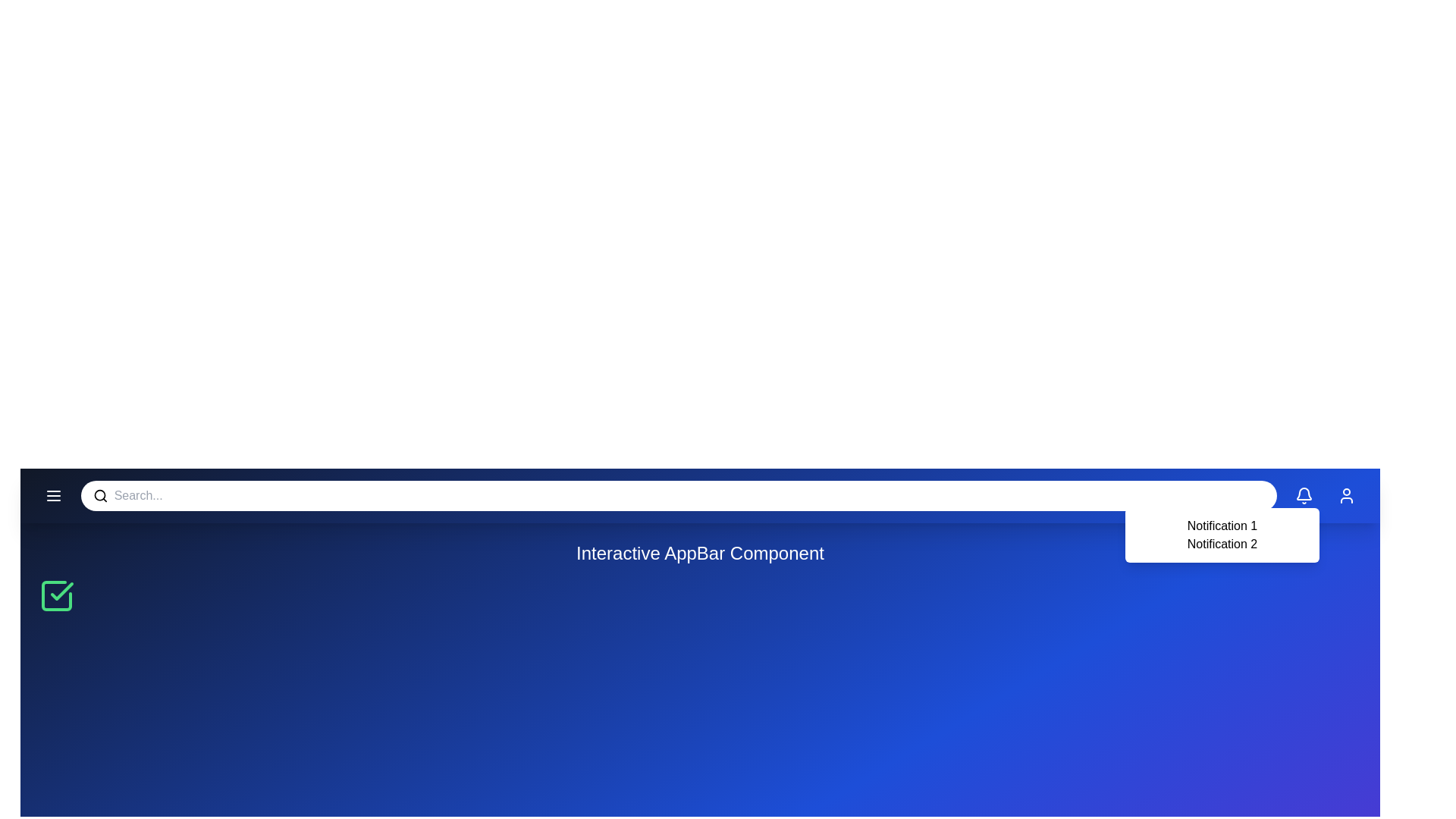 The width and height of the screenshot is (1456, 819). Describe the element at coordinates (57, 595) in the screenshot. I see `the checkbox to inspect its state` at that location.